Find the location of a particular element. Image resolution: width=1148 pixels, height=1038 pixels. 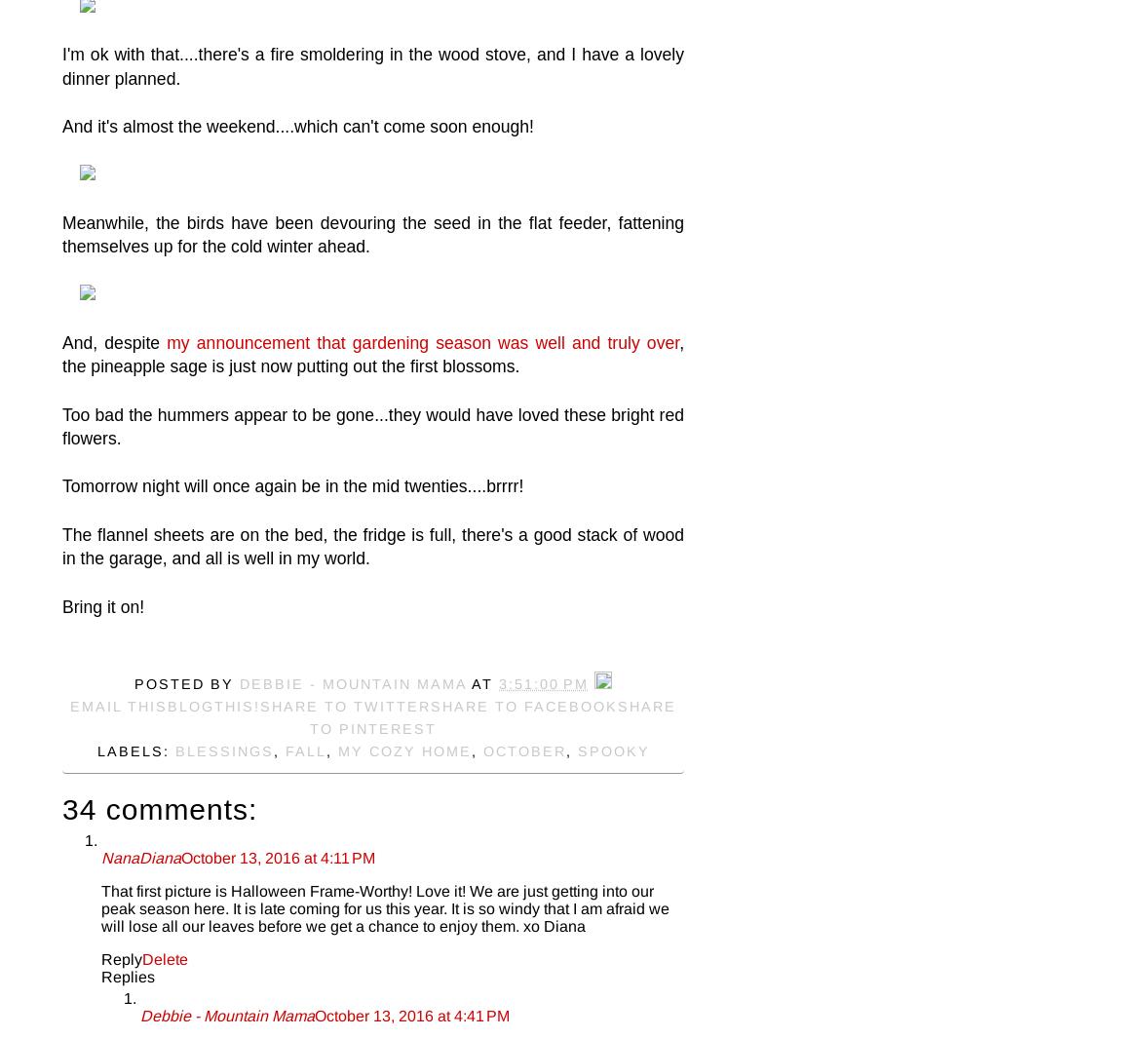

'And, despite' is located at coordinates (113, 341).